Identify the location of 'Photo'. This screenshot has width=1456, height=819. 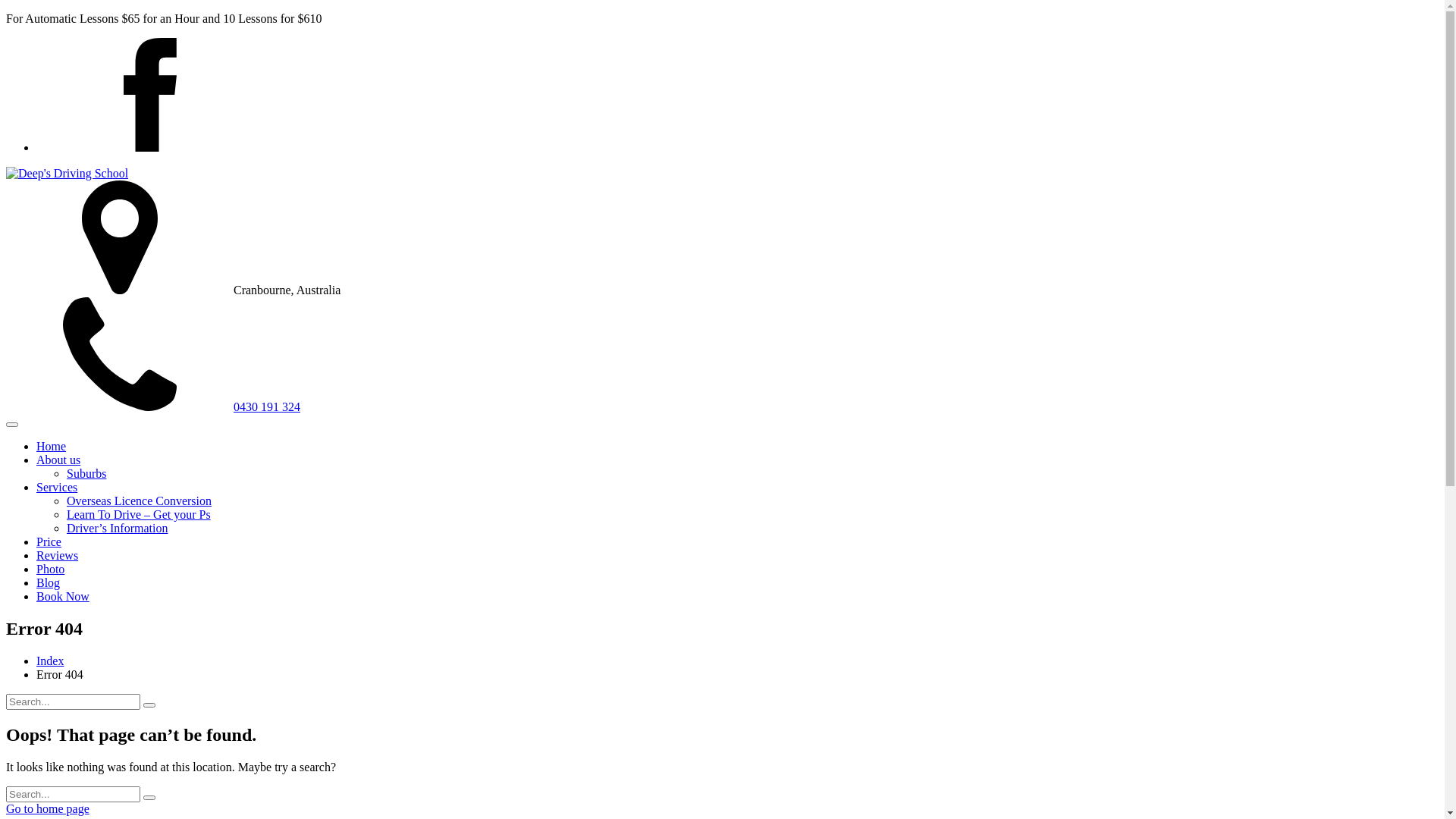
(36, 569).